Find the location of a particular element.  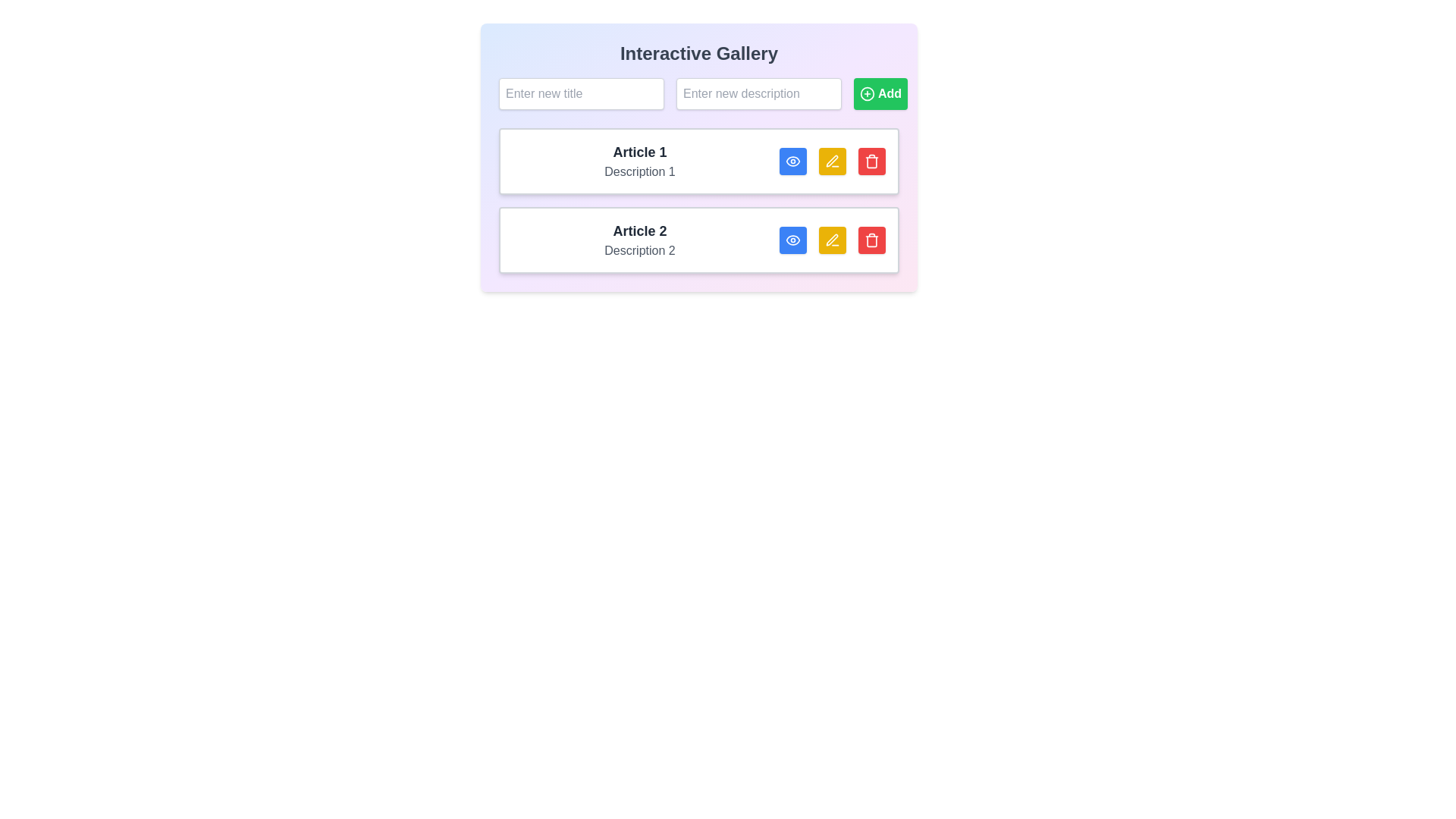

the small square button with a red background and a white trash can icon located at the far right of the second item labeled 'Article 2' is located at coordinates (872, 239).